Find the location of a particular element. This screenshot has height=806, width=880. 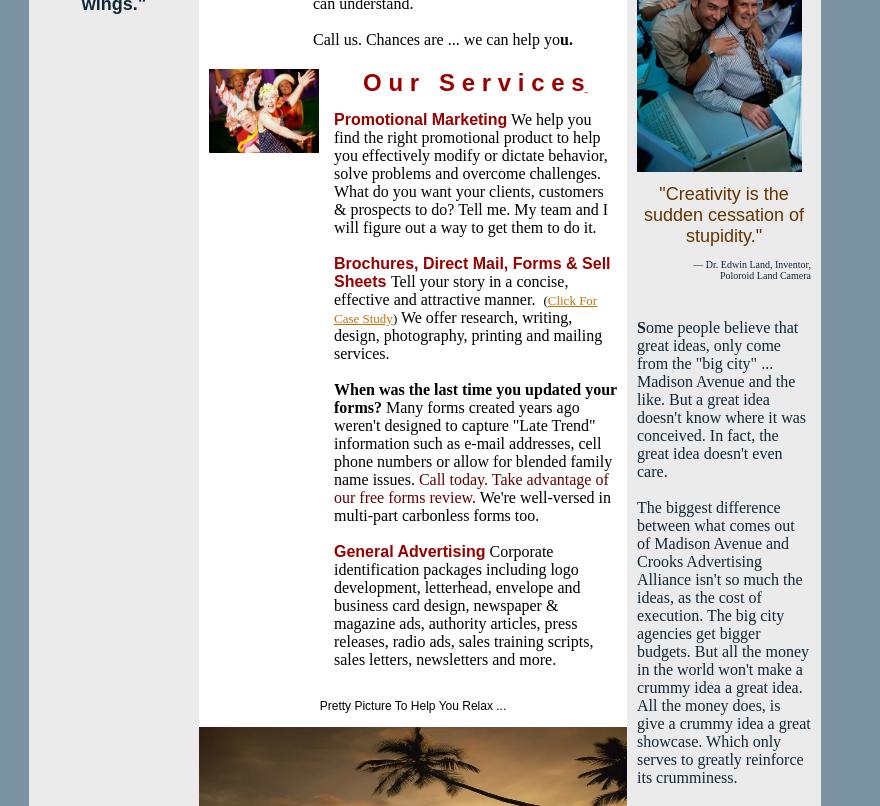

'u.' is located at coordinates (566, 39).